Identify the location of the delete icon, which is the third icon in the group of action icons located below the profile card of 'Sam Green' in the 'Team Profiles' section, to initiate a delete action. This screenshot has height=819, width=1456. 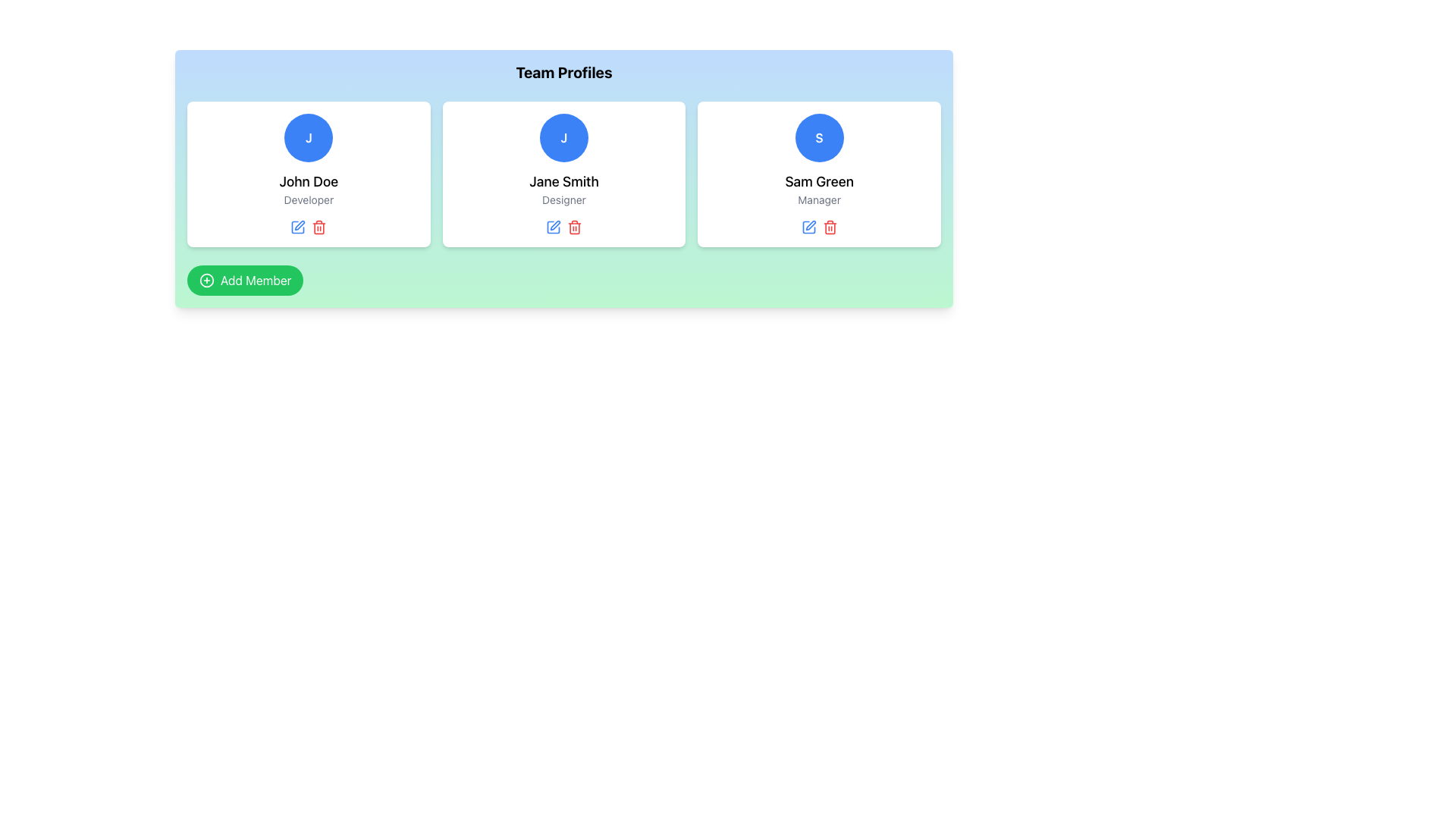
(829, 227).